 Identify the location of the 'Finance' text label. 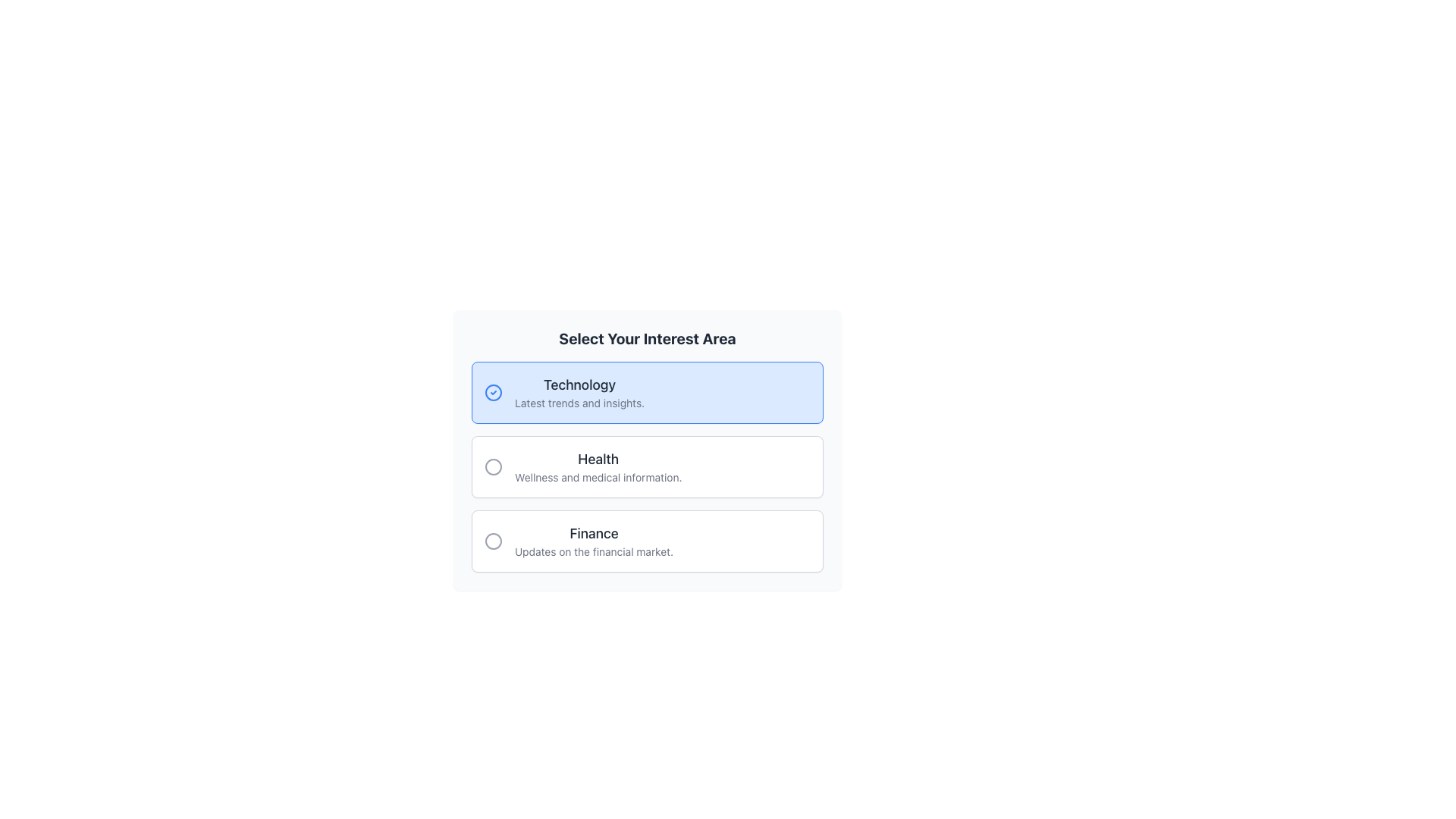
(593, 533).